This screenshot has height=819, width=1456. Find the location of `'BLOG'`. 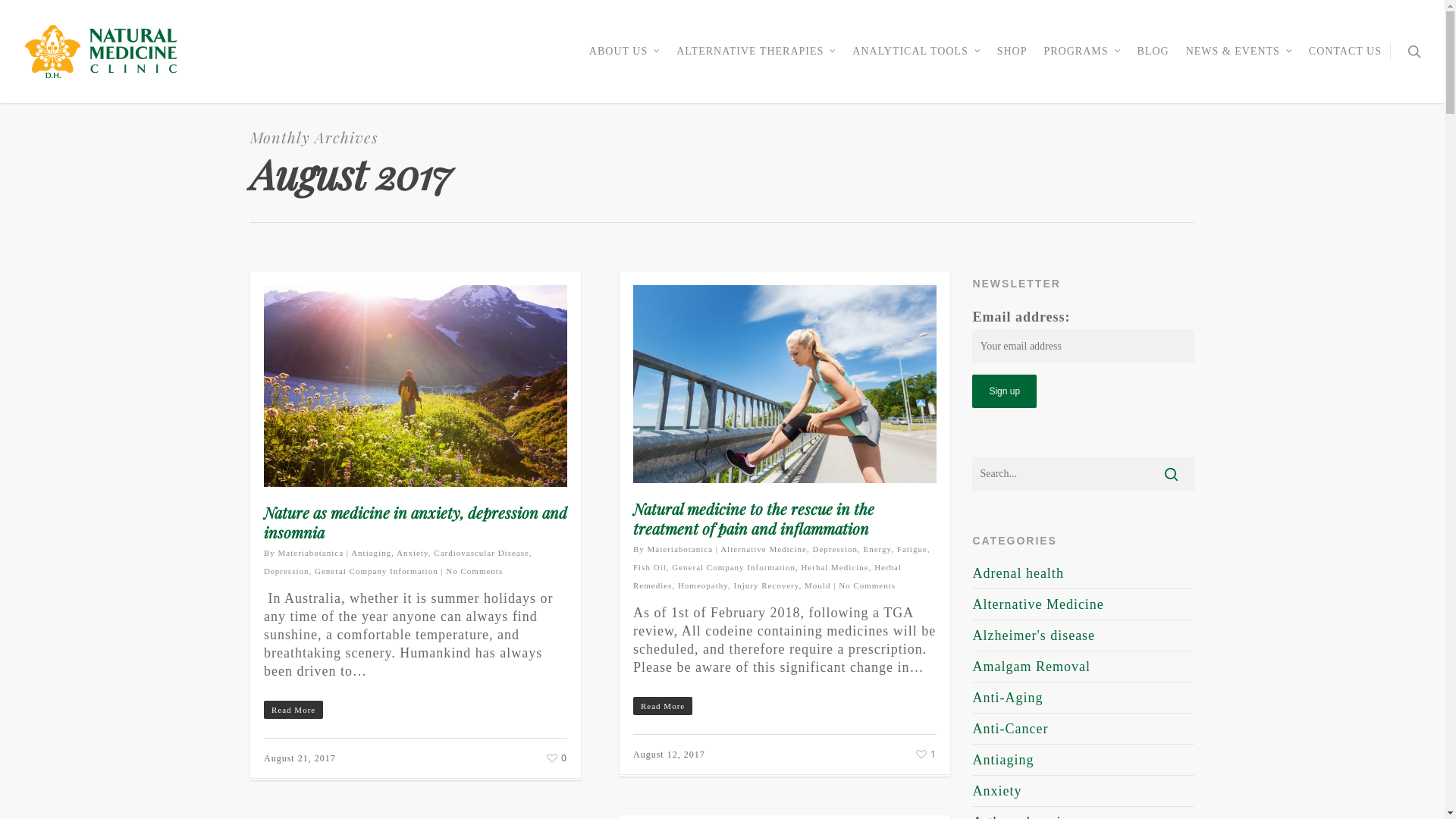

'BLOG' is located at coordinates (1153, 61).